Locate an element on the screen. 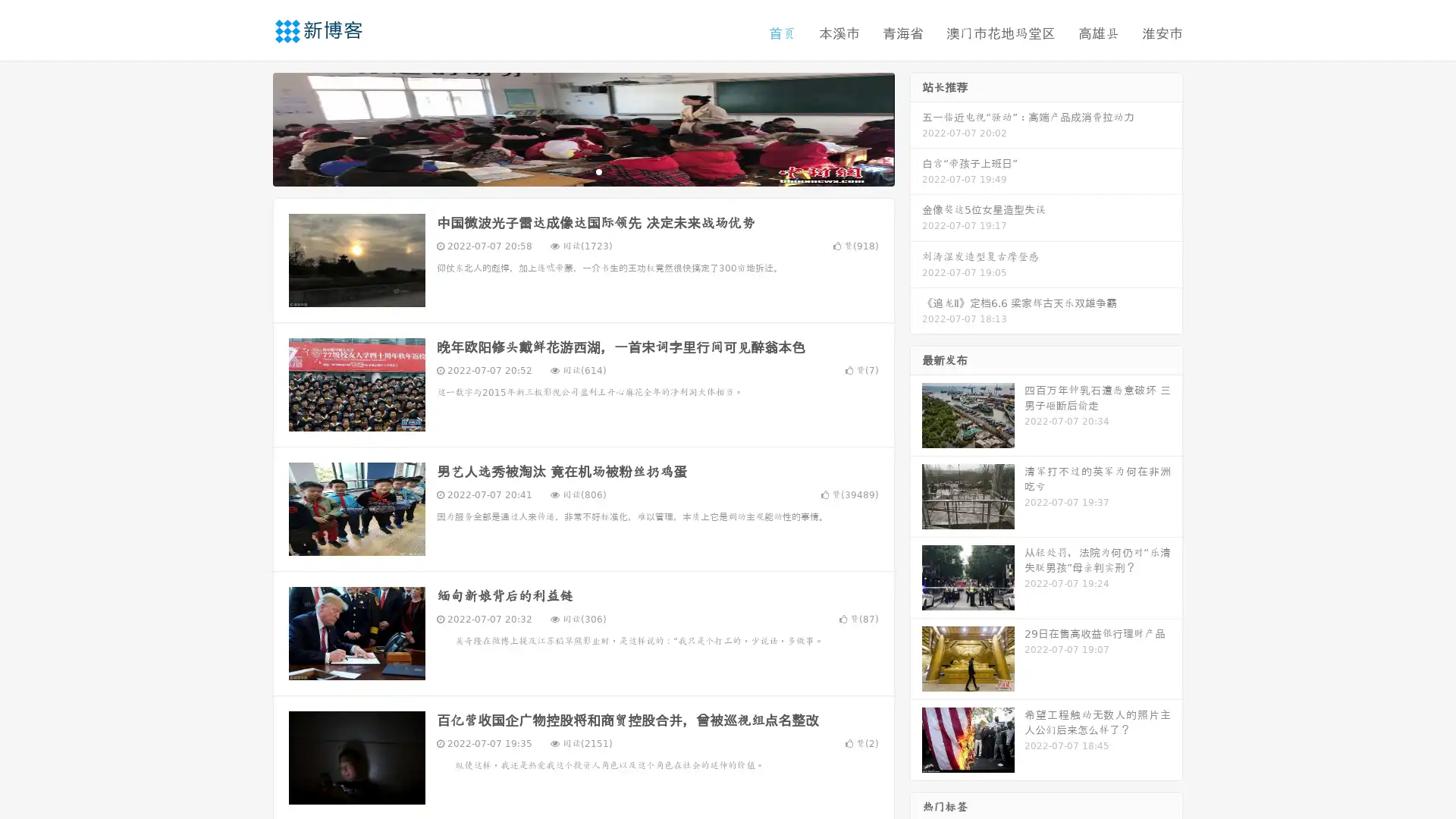  Go to slide 3 is located at coordinates (598, 171).